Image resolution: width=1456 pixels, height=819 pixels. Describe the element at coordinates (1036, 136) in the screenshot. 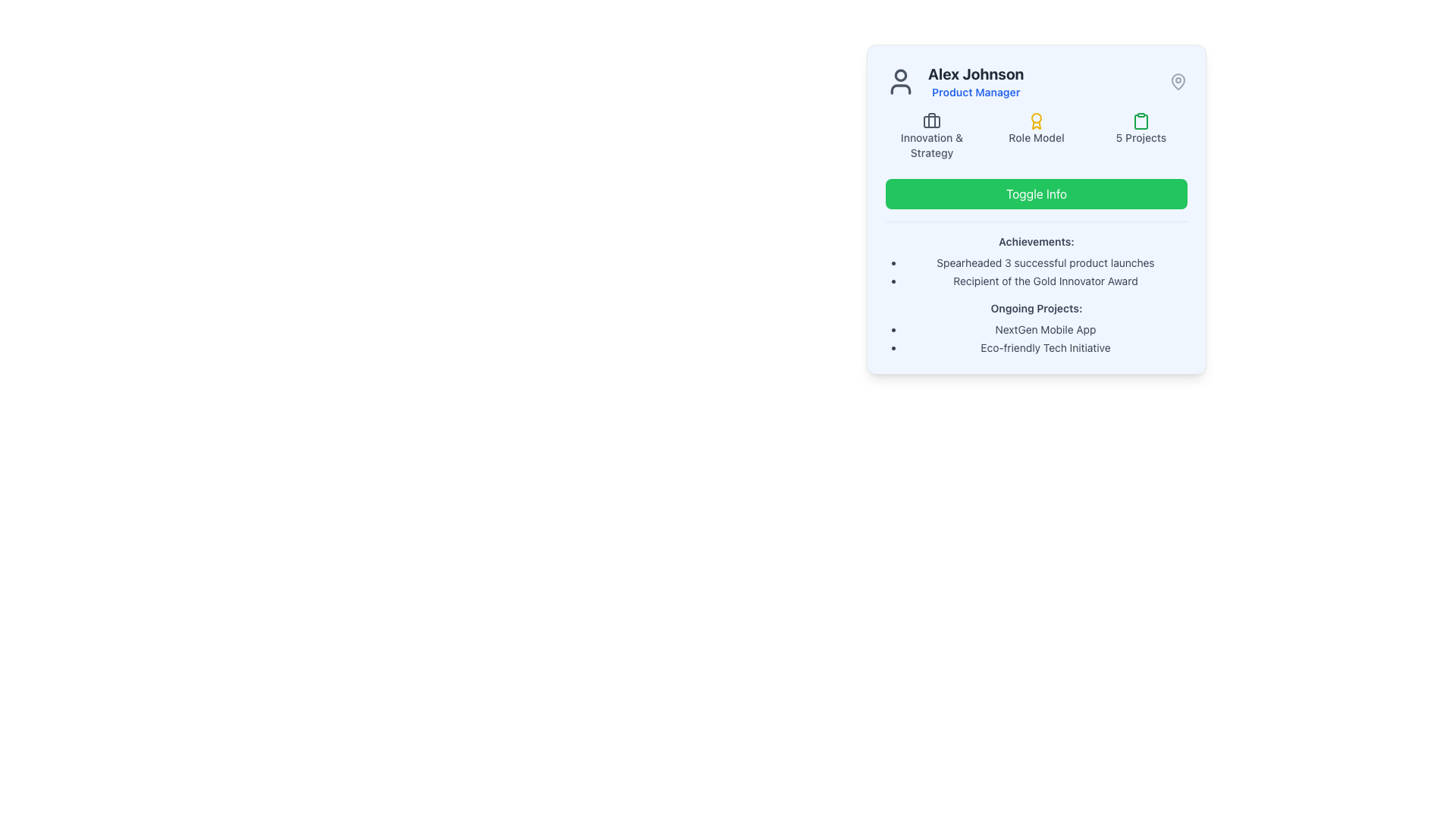

I see `the 'Role Model' information block in the center section of the panel titled 'Alex Johnson, Product Manager.'` at that location.